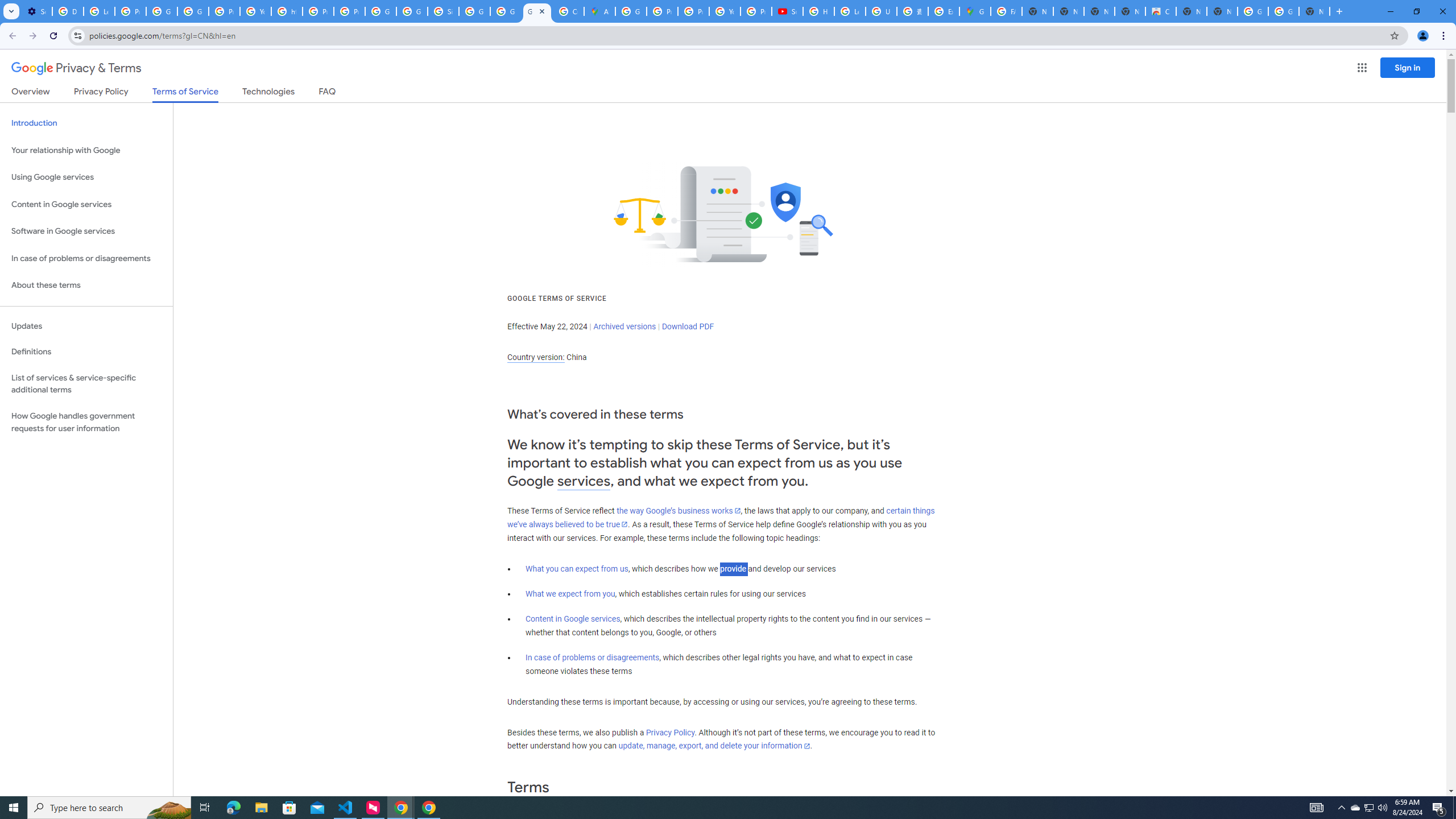  I want to click on 'In case of problems or disagreements', so click(591, 657).